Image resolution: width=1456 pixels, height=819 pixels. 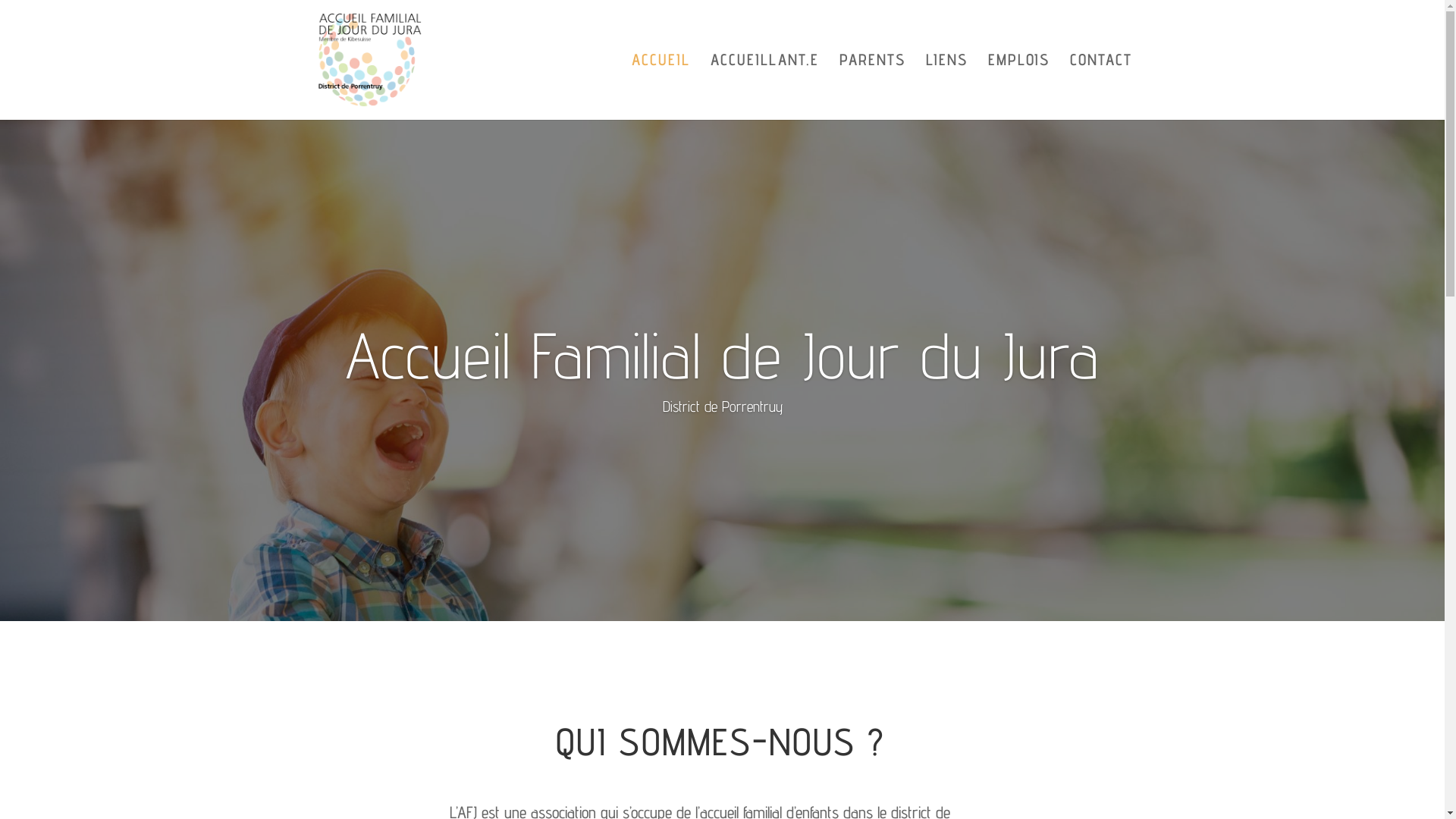 I want to click on 'PARENTS', so click(x=871, y=87).